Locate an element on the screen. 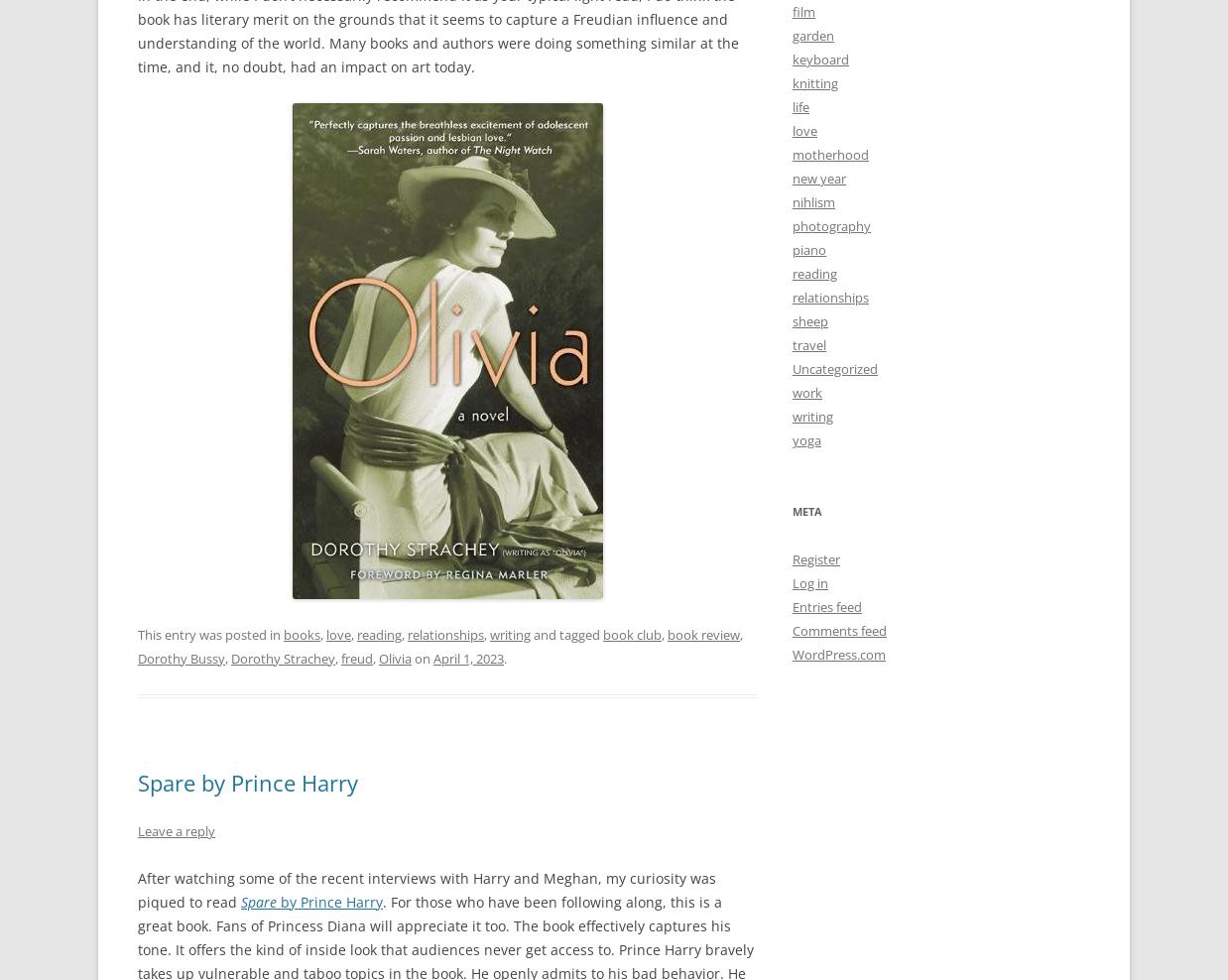 This screenshot has width=1228, height=980. 'After watching some of the recent interviews with Harry and Meghan, my curiosity was piqued to read' is located at coordinates (426, 889).